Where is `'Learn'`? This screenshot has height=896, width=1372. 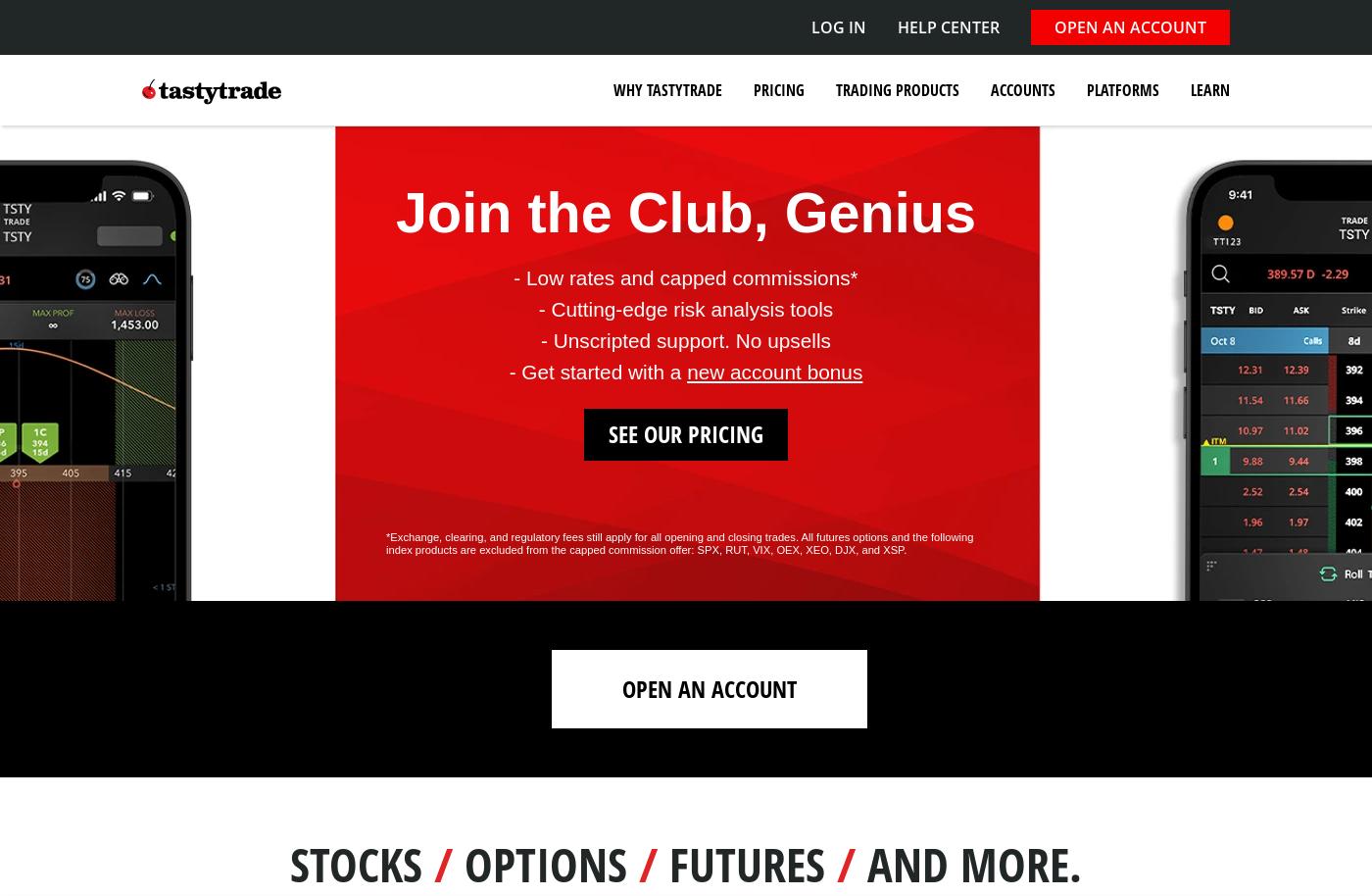 'Learn' is located at coordinates (1209, 90).